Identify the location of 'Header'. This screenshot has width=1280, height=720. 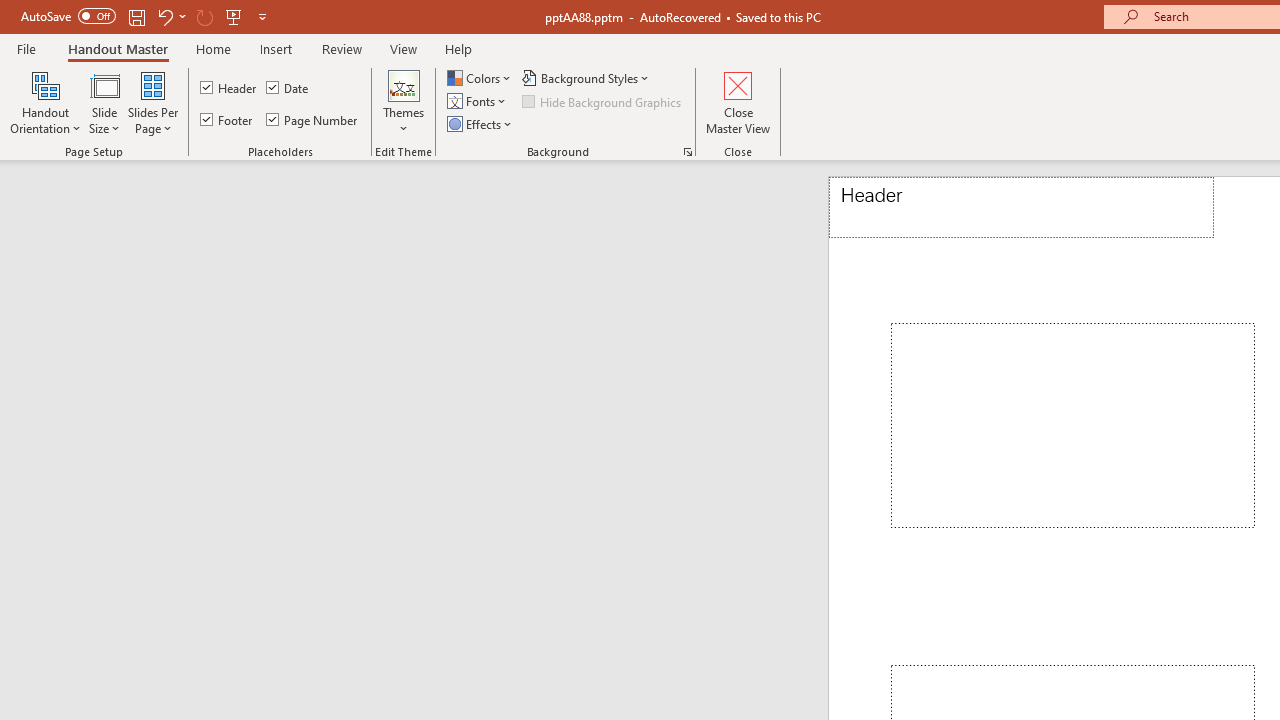
(1021, 207).